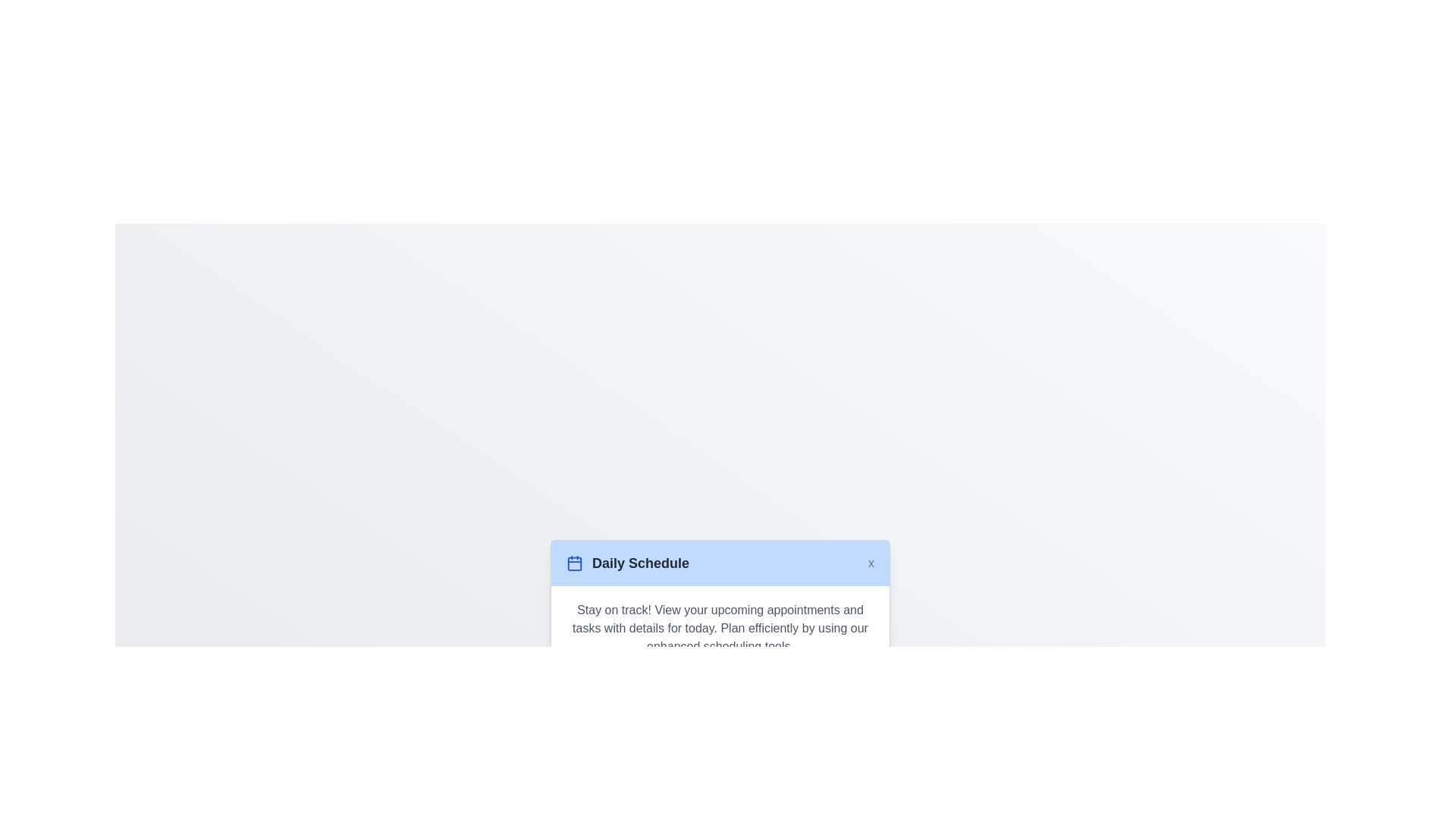 Image resolution: width=1456 pixels, height=819 pixels. Describe the element at coordinates (640, 563) in the screenshot. I see `text label indicating 'Daily Schedule', which serves as a title or header in the medium-upper area of the interface section` at that location.